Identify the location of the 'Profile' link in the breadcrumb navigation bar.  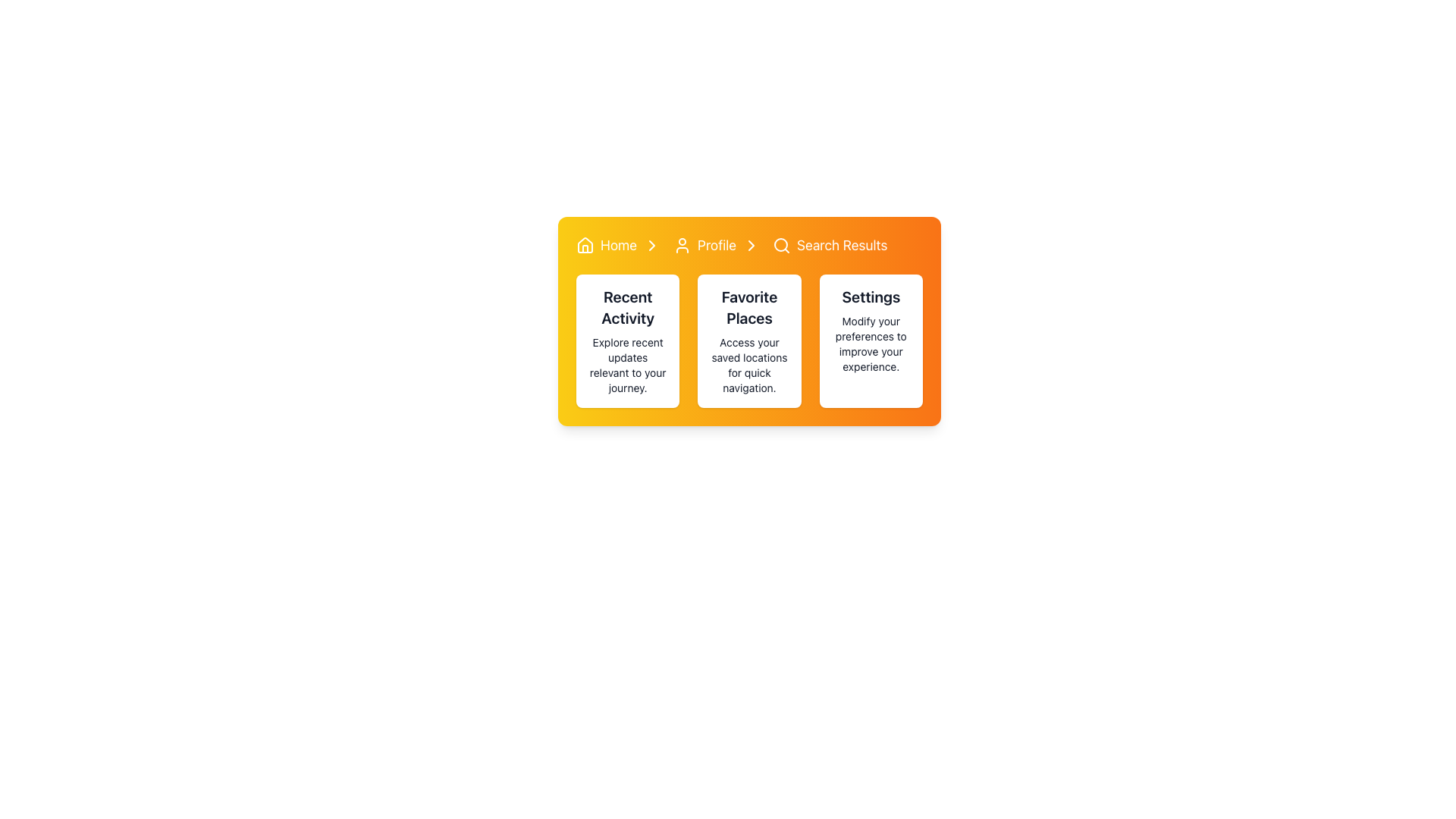
(716, 245).